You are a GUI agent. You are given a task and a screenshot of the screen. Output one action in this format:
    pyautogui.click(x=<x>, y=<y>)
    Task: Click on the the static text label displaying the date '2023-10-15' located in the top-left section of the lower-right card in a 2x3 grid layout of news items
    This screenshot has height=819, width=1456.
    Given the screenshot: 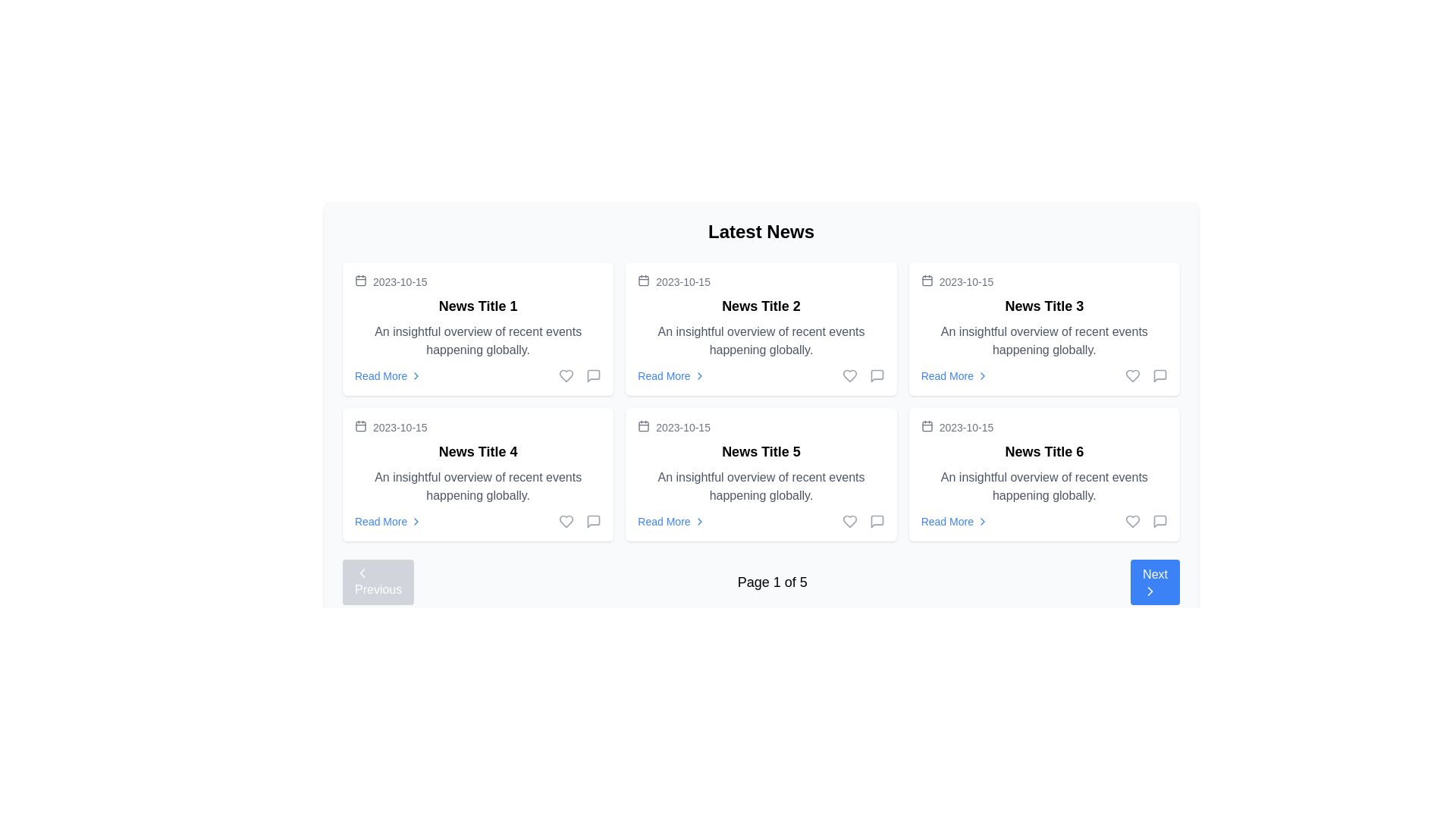 What is the action you would take?
    pyautogui.click(x=965, y=427)
    